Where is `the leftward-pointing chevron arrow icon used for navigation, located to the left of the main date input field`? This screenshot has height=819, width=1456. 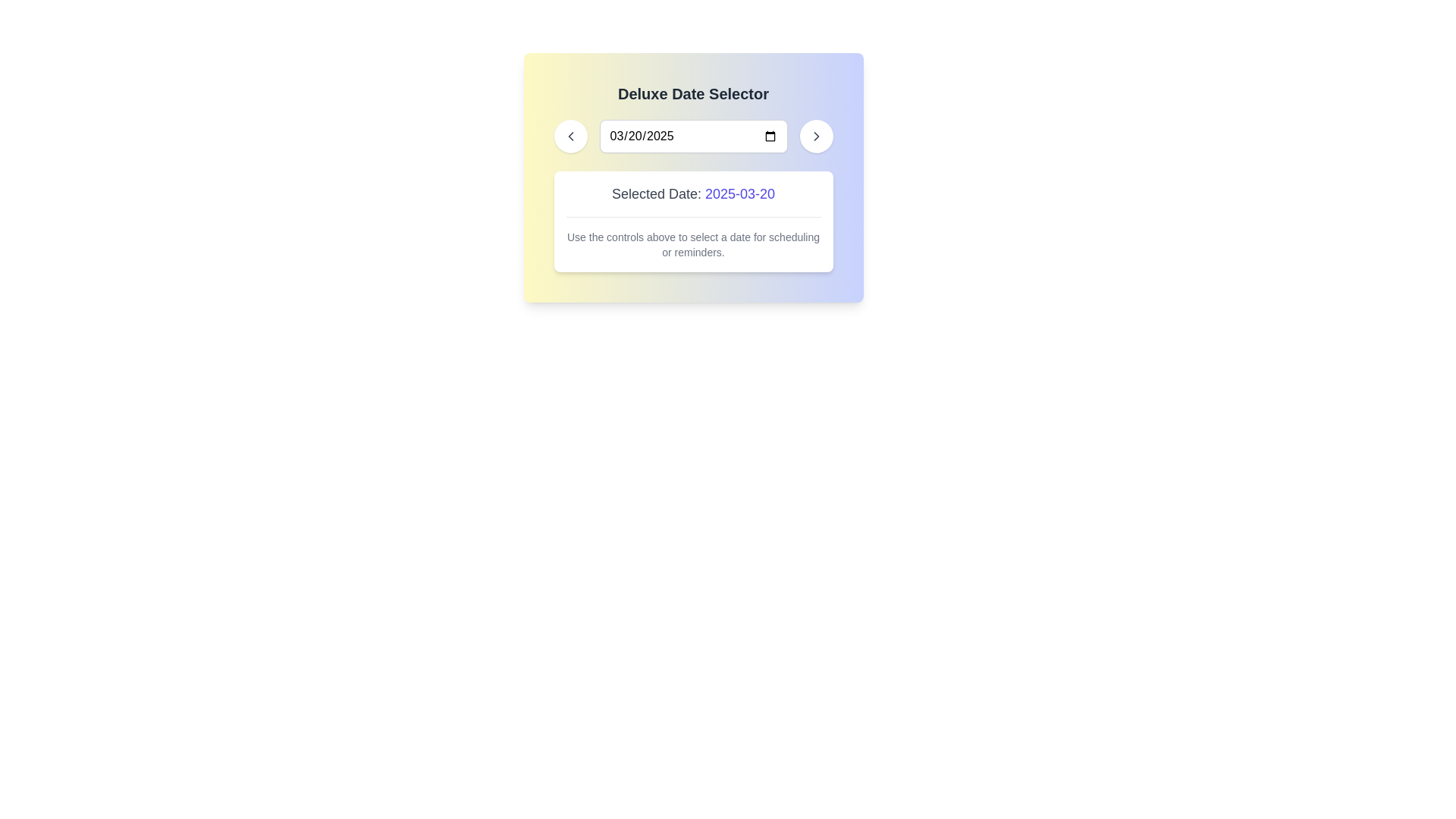
the leftward-pointing chevron arrow icon used for navigation, located to the left of the main date input field is located at coordinates (570, 136).